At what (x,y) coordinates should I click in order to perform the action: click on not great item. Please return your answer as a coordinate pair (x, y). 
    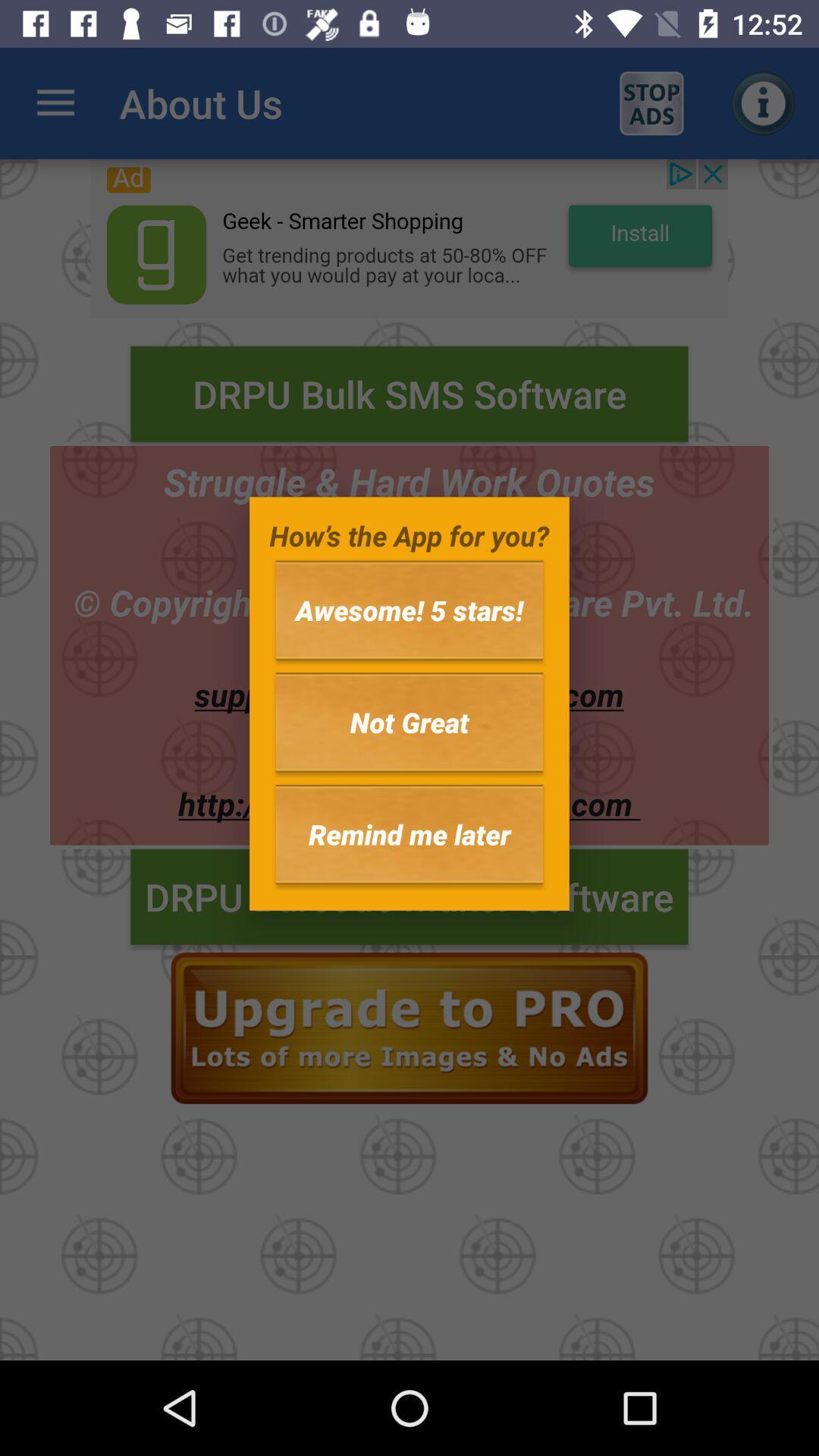
    Looking at the image, I should click on (409, 721).